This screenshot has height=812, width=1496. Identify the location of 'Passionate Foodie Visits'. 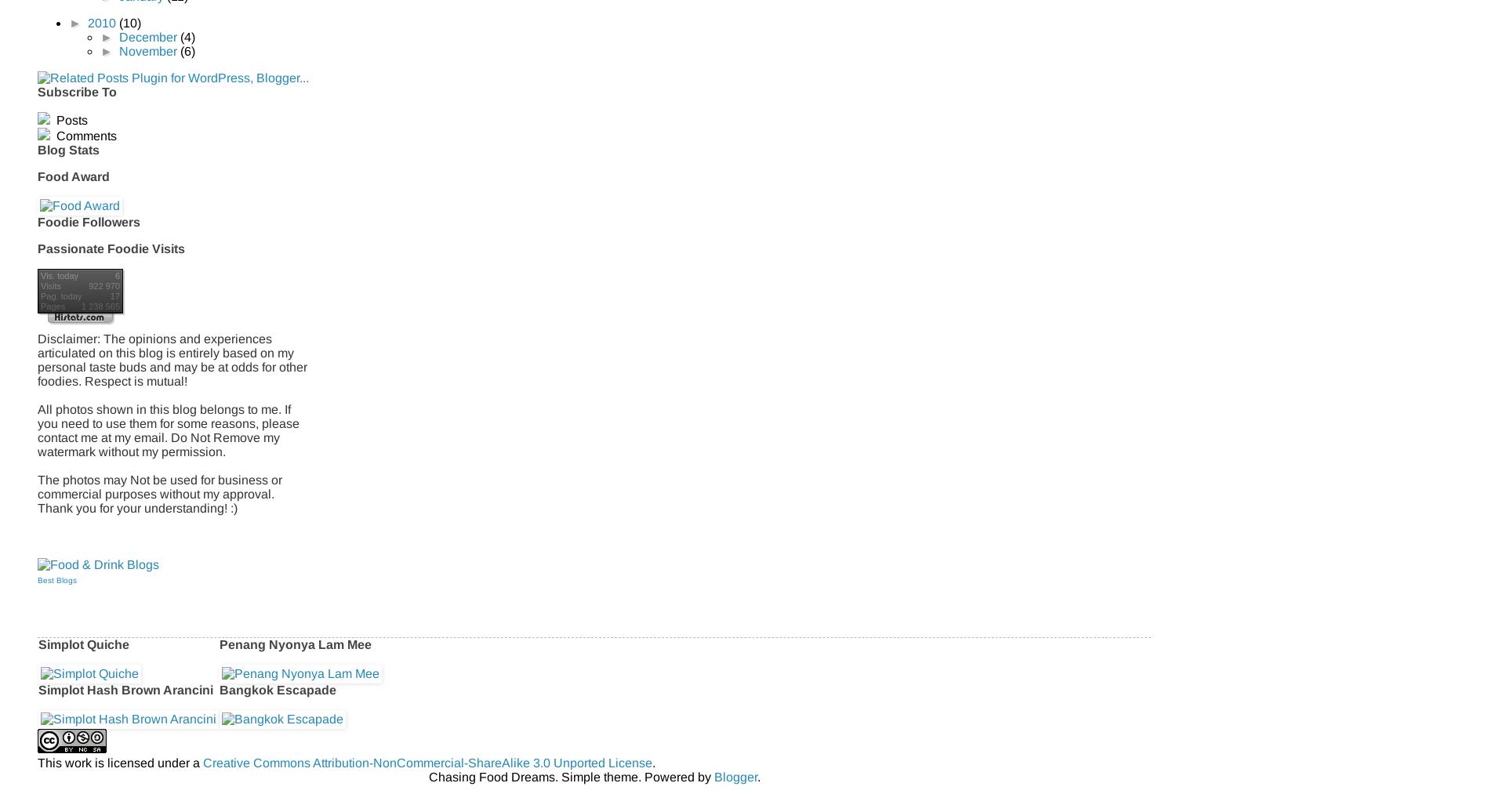
(37, 248).